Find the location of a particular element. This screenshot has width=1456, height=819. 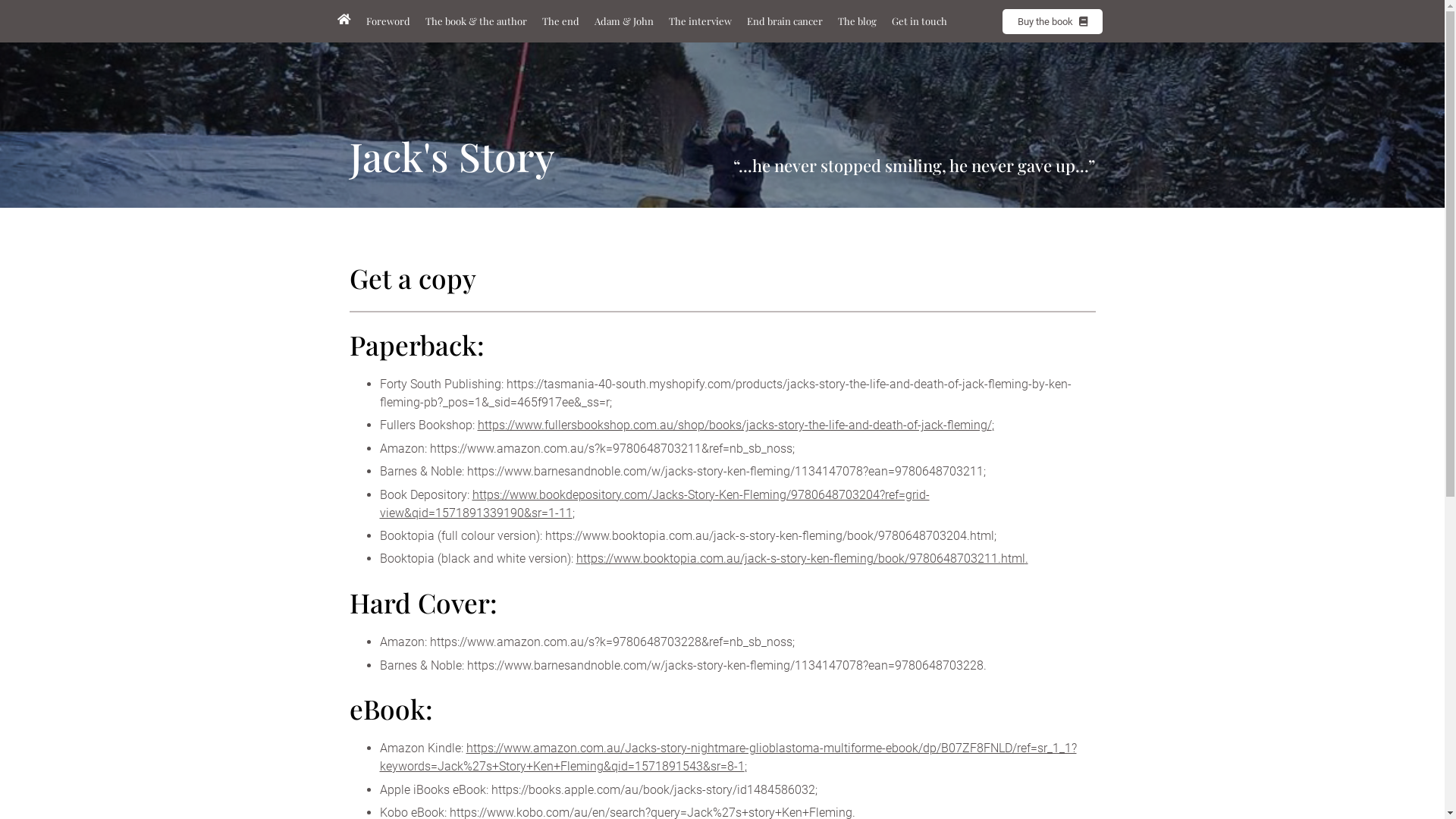

'The interview' is located at coordinates (699, 20).